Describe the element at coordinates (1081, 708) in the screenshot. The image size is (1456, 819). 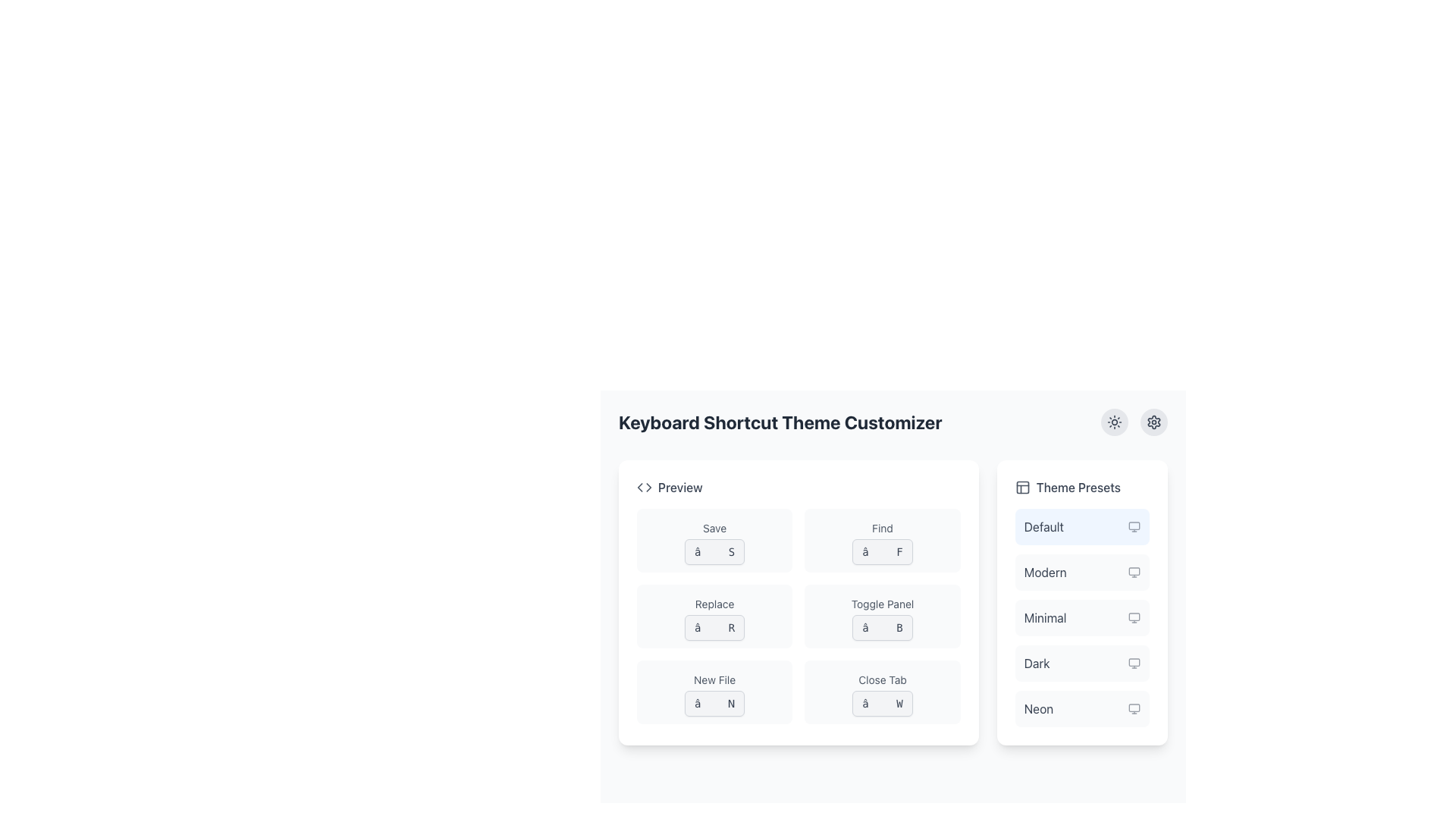
I see `the 'Neon' button in the Selectable List Item within the 'Theme Presets' section` at that location.